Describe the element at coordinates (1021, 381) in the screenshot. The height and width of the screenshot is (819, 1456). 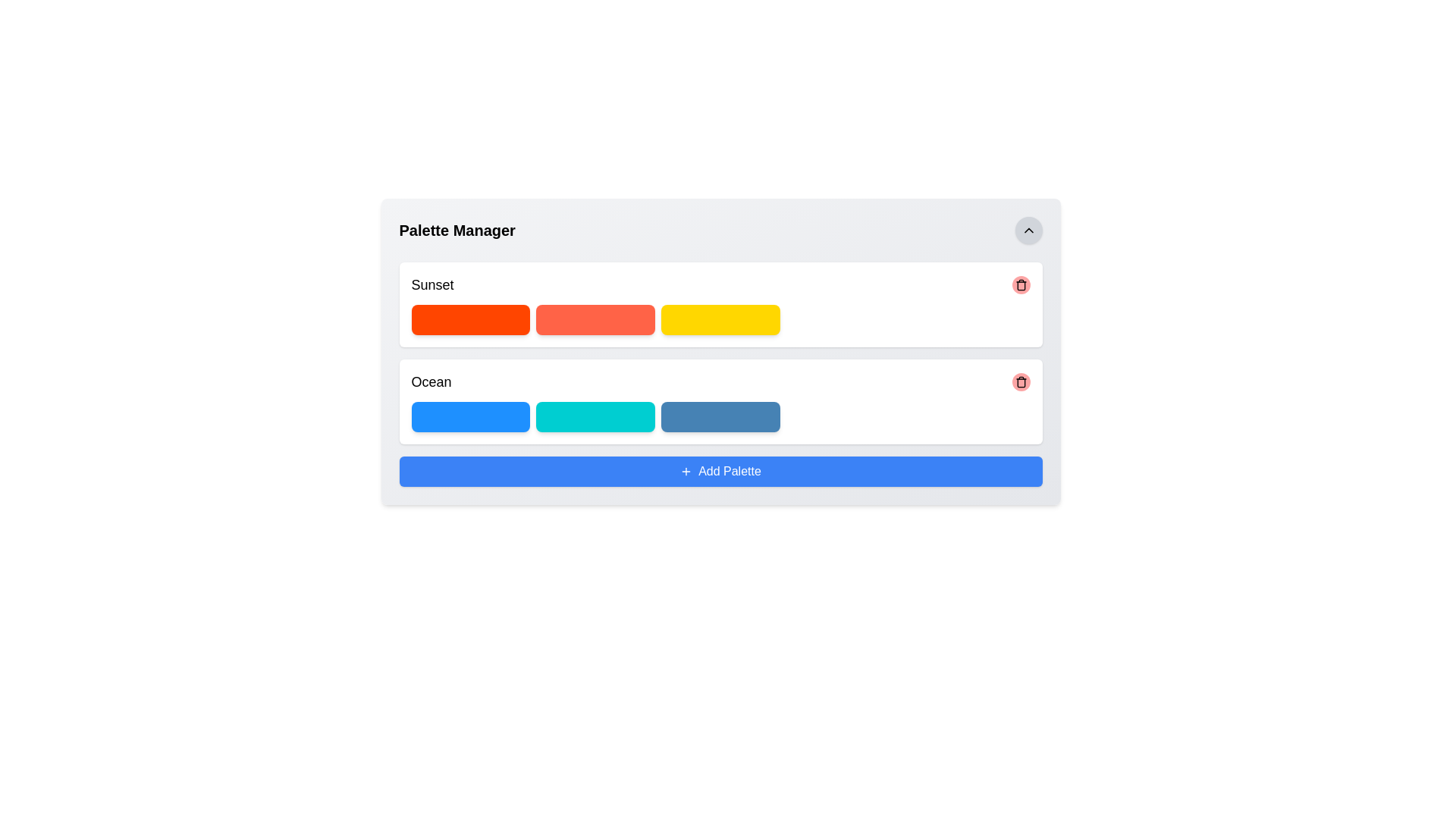
I see `the trash can icon button with a red background located at the far right of the row labeled 'Ocean'` at that location.